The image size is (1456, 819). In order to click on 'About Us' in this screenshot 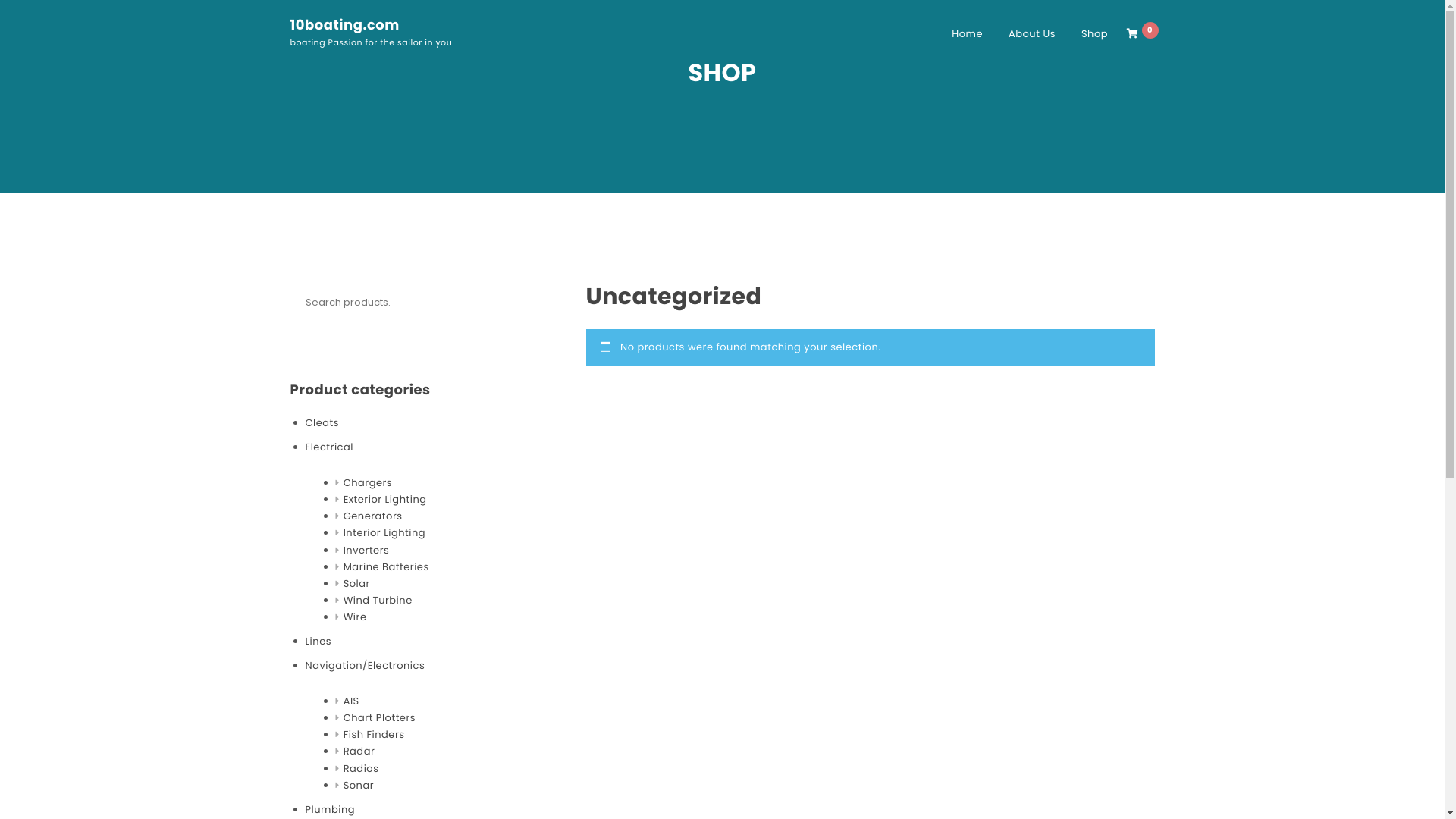, I will do `click(1031, 34)`.